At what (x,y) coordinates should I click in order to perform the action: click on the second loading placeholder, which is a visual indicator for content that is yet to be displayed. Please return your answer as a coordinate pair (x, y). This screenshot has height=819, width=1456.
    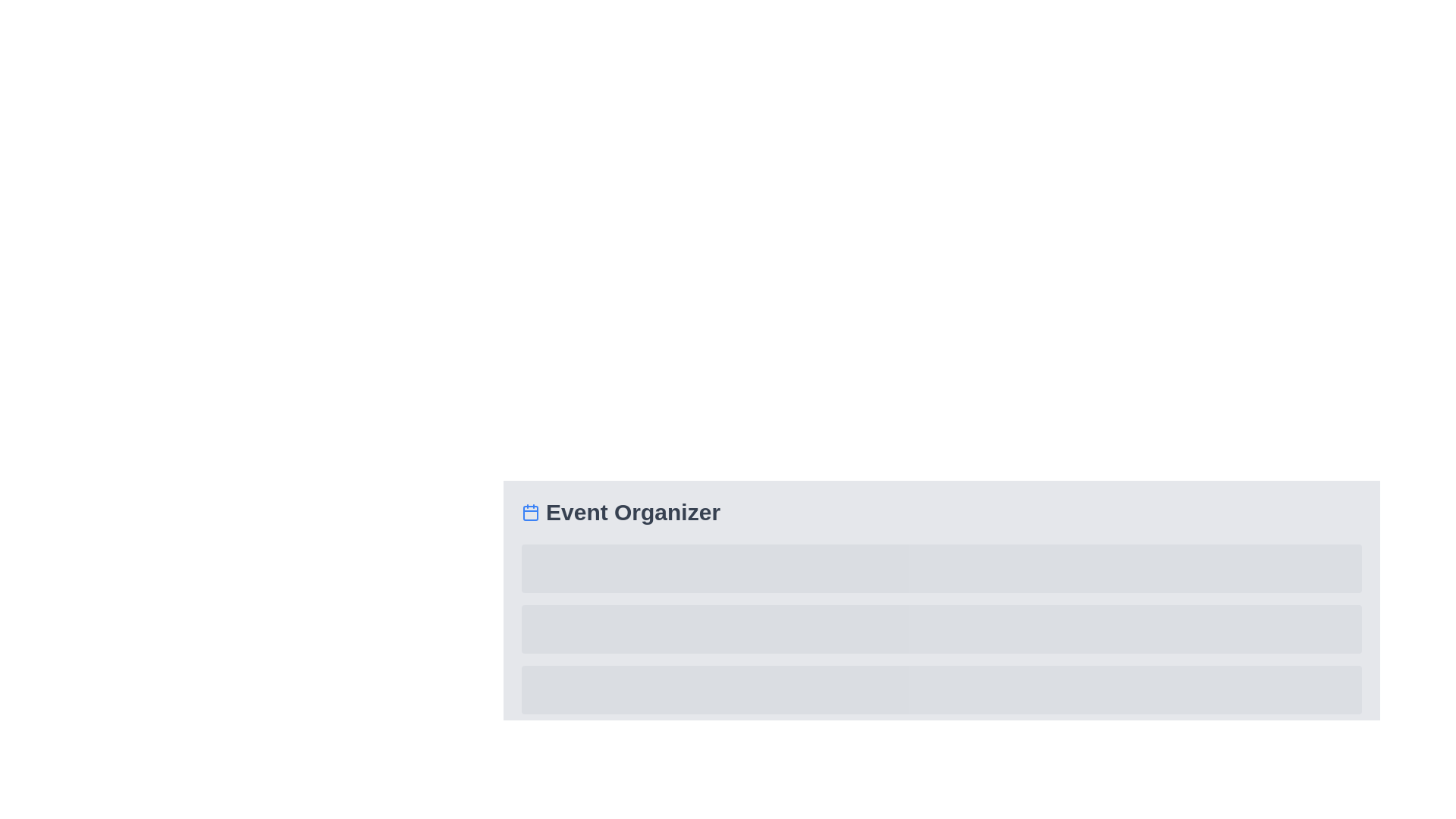
    Looking at the image, I should click on (941, 629).